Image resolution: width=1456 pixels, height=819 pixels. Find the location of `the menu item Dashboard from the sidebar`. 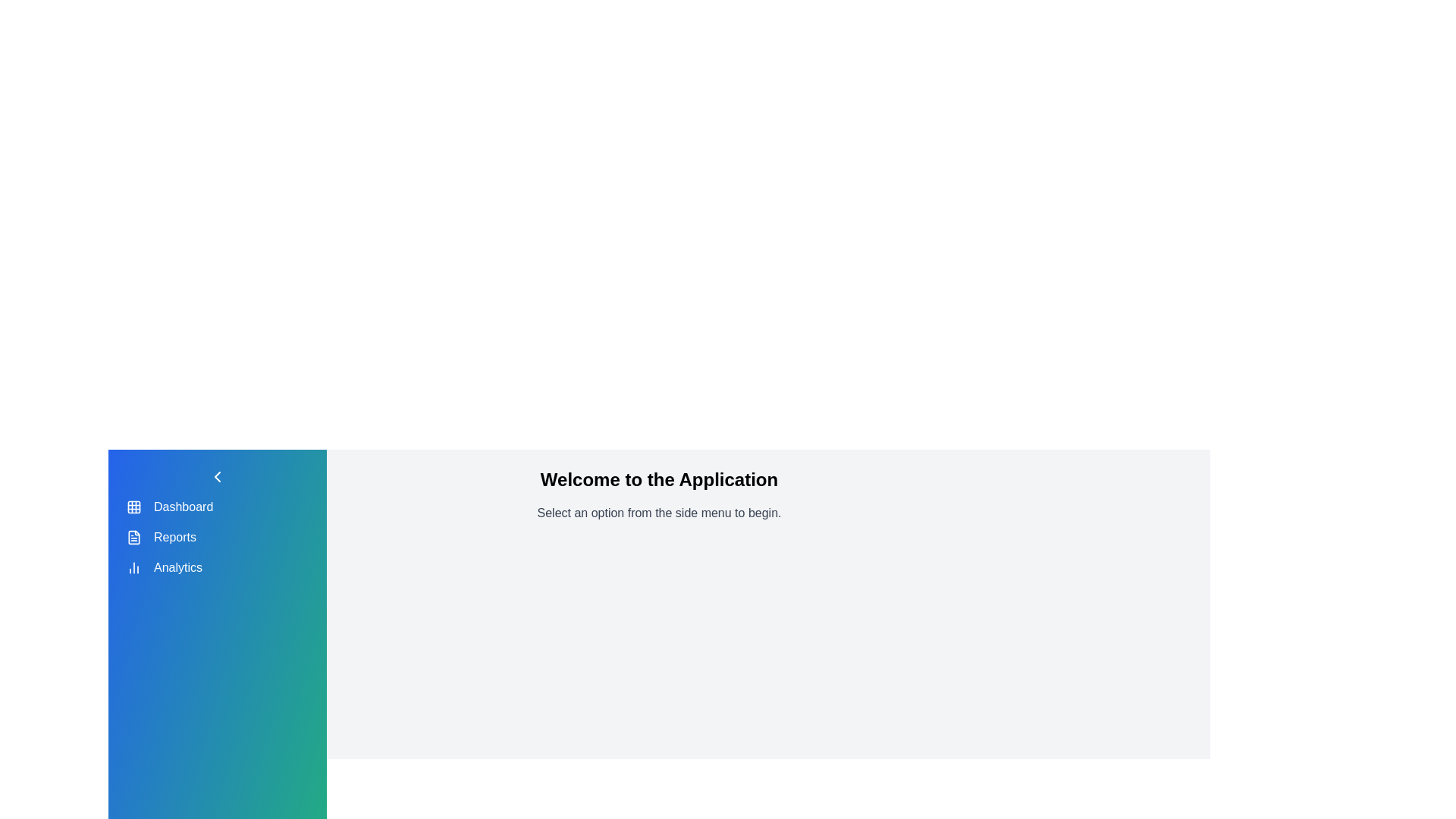

the menu item Dashboard from the sidebar is located at coordinates (217, 507).